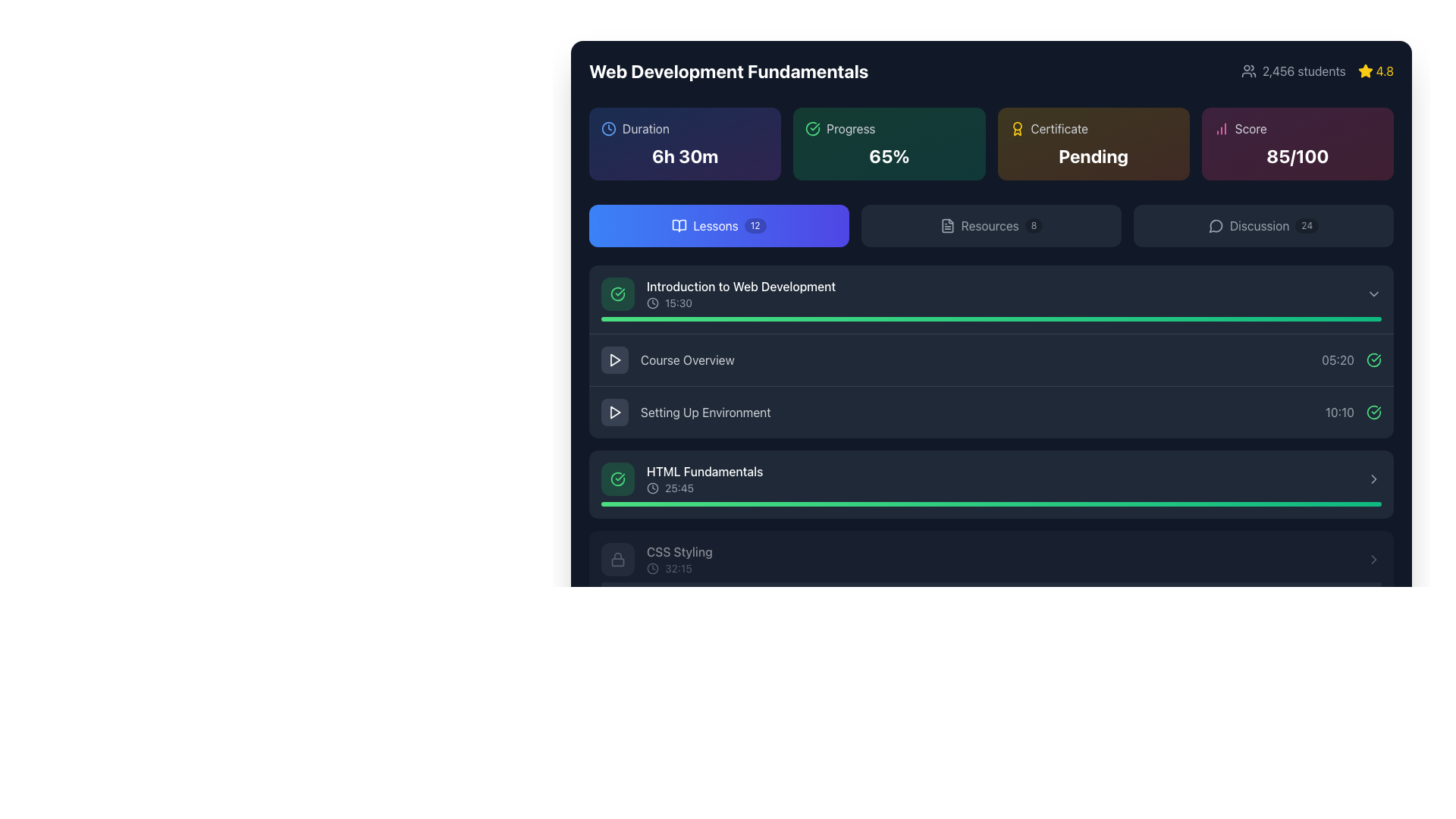 The image size is (1456, 819). Describe the element at coordinates (652, 488) in the screenshot. I see `the clock icon styled in a circular shape with hour and minute hands, located in the 'HTML Fundamentals' row beside the text '25:45'` at that location.